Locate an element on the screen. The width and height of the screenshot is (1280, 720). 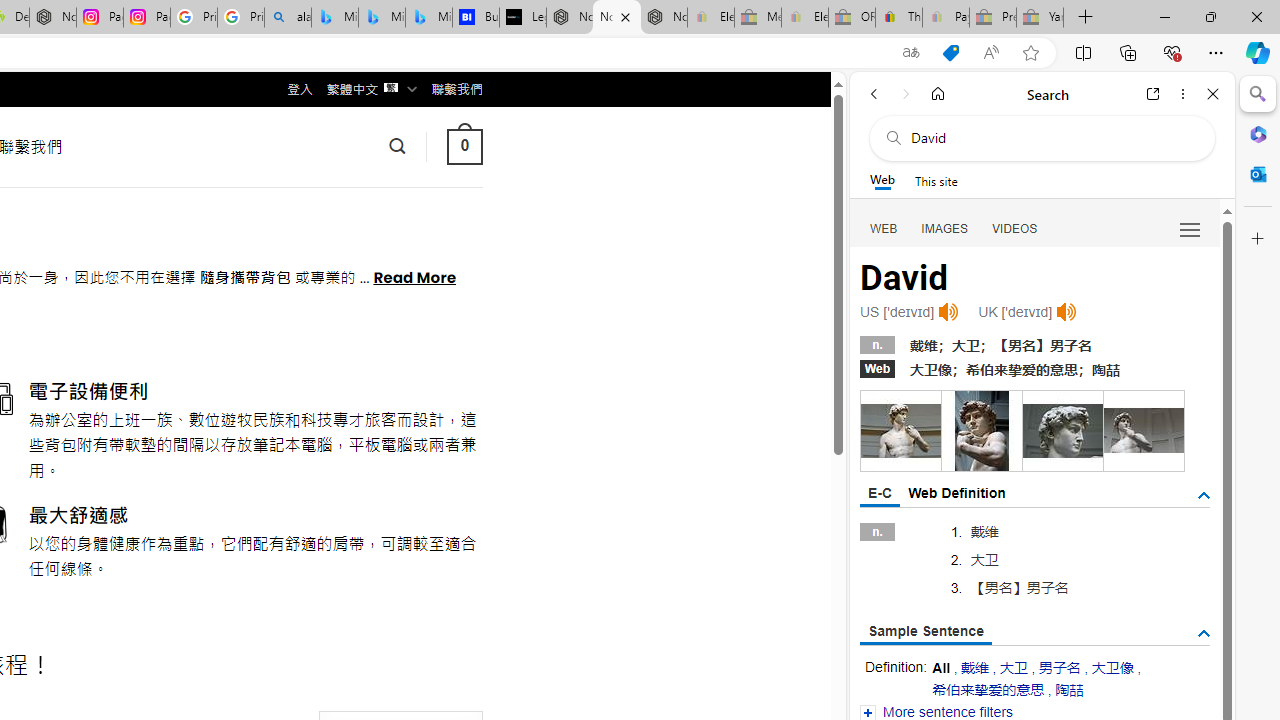
'  0  ' is located at coordinates (463, 145).